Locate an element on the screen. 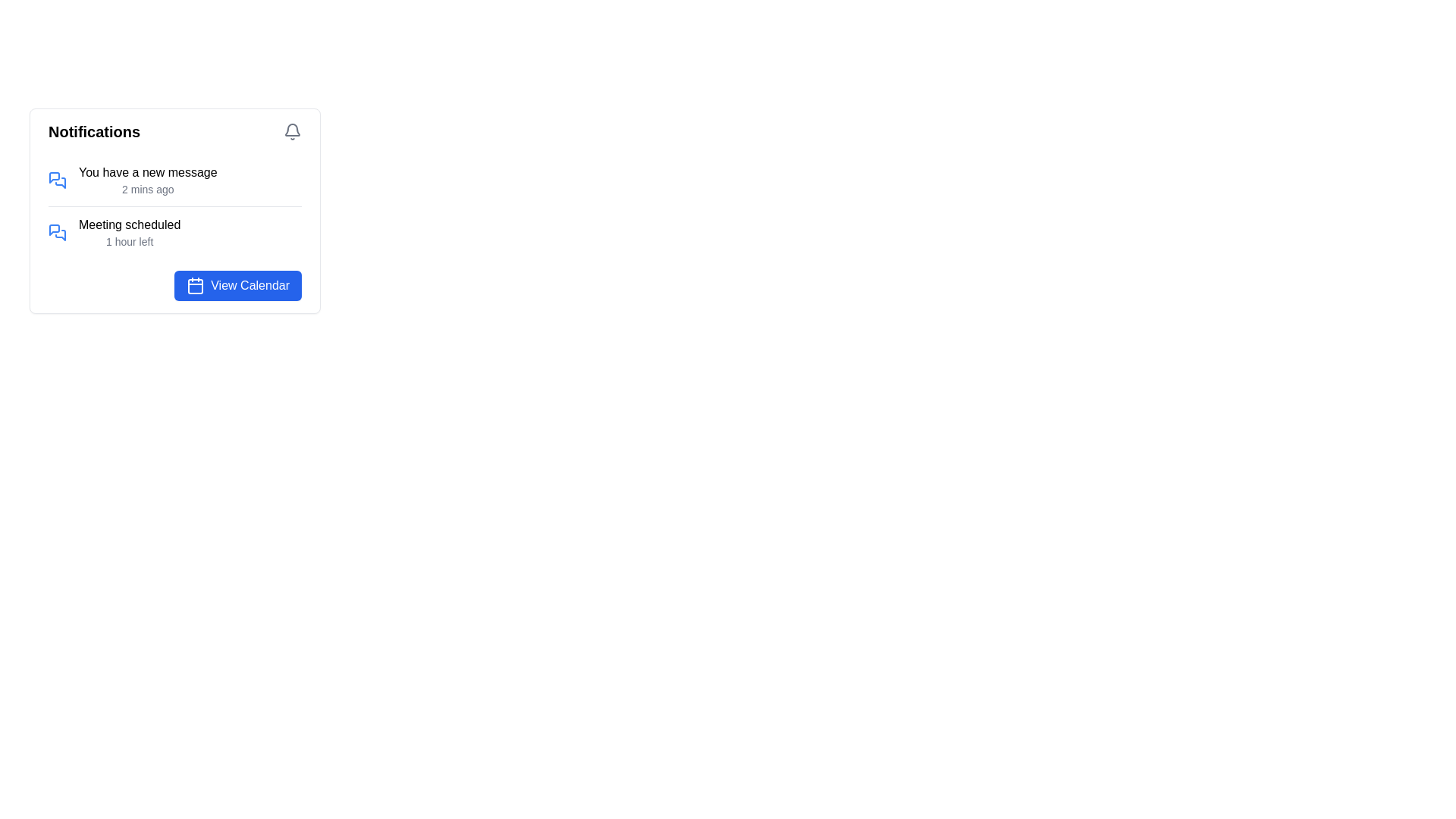 The width and height of the screenshot is (1456, 819). the small-sized, gray-colored text label displaying '1 hour left' that is positioned below the bold text 'Meeting scheduled' in the notification panel is located at coordinates (130, 241).